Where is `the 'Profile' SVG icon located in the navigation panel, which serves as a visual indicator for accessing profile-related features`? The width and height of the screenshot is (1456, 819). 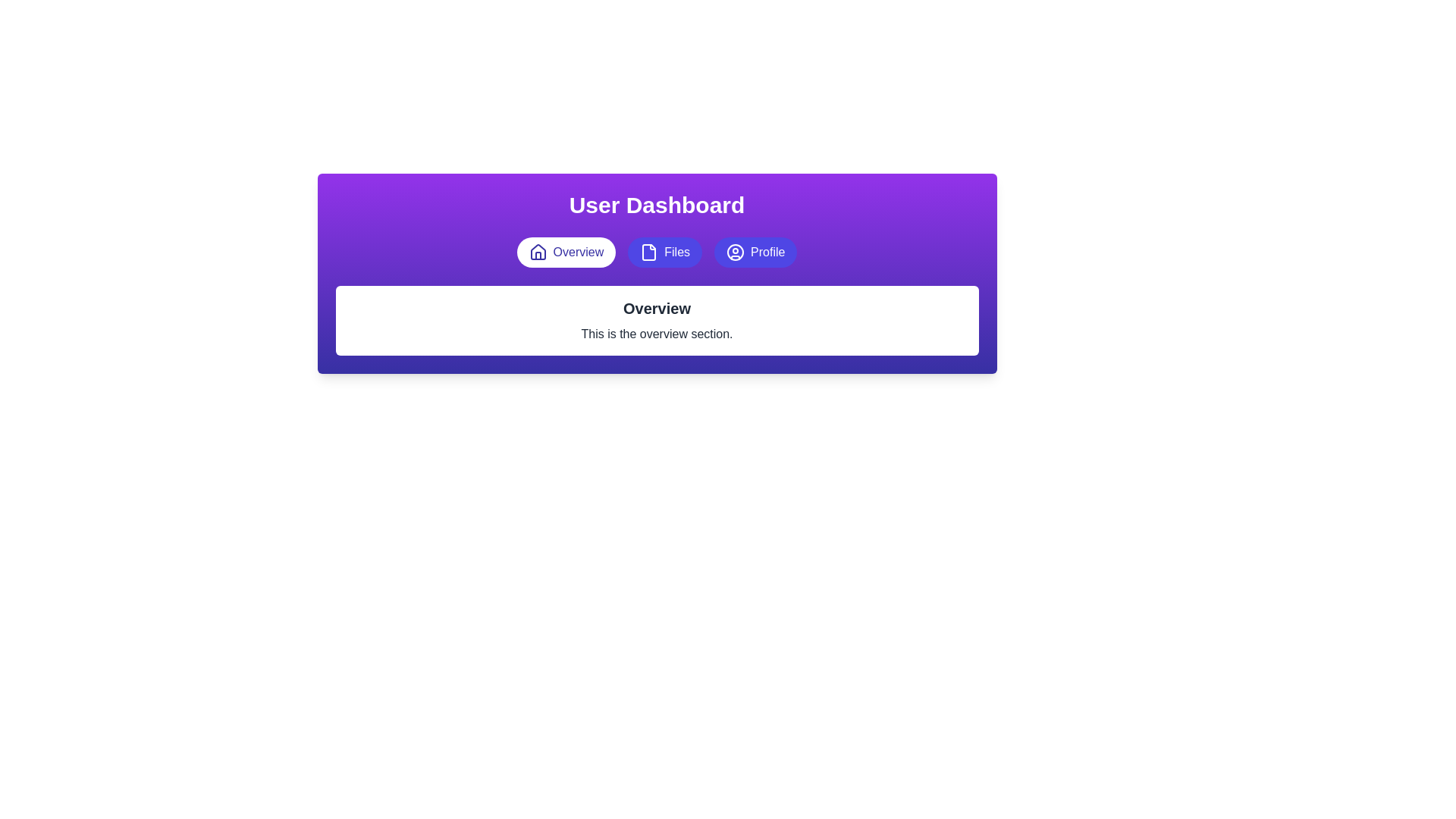
the 'Profile' SVG icon located in the navigation panel, which serves as a visual indicator for accessing profile-related features is located at coordinates (735, 251).